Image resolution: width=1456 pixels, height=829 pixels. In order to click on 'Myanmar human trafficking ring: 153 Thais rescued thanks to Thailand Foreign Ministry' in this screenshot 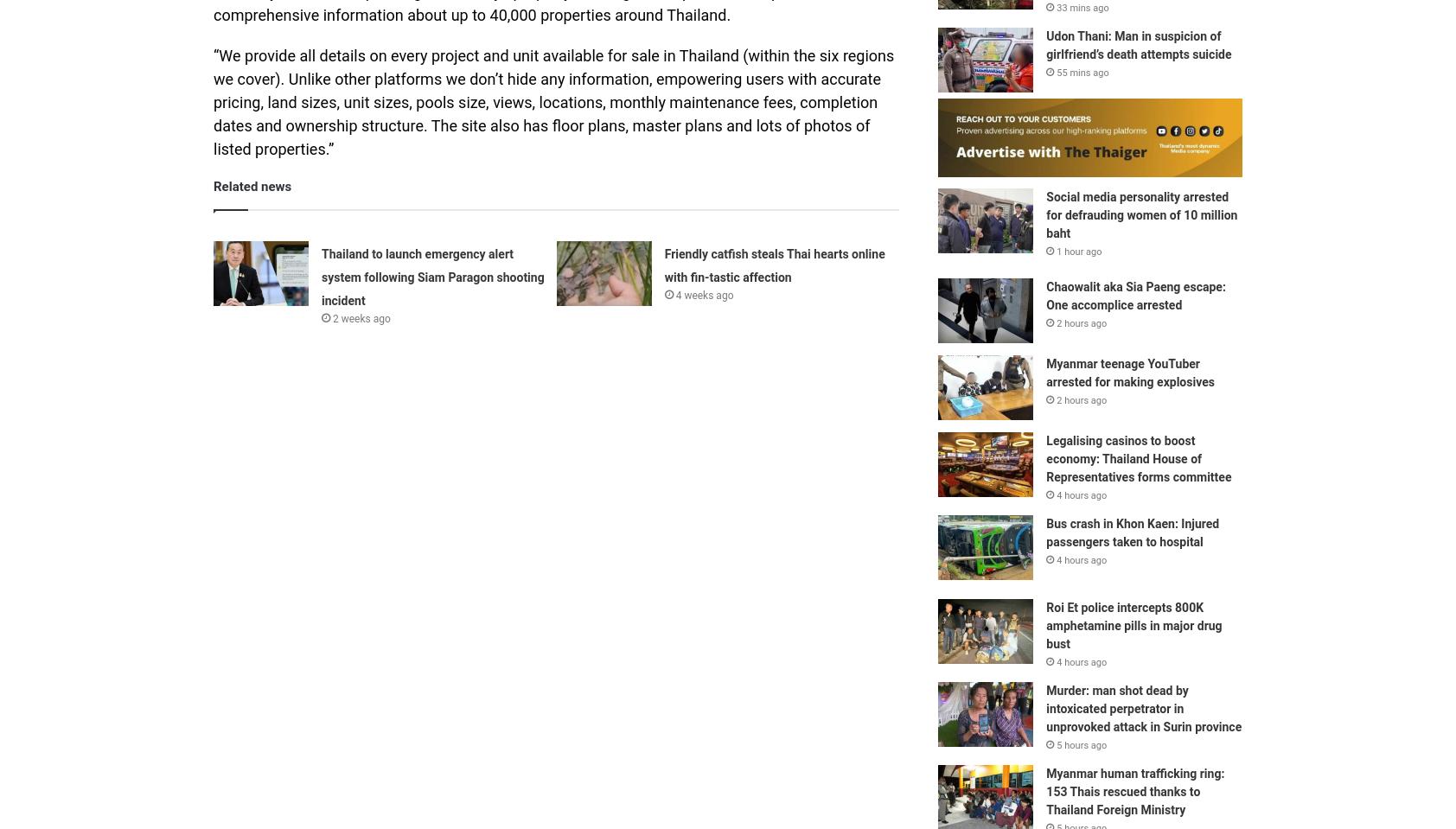, I will do `click(1134, 790)`.